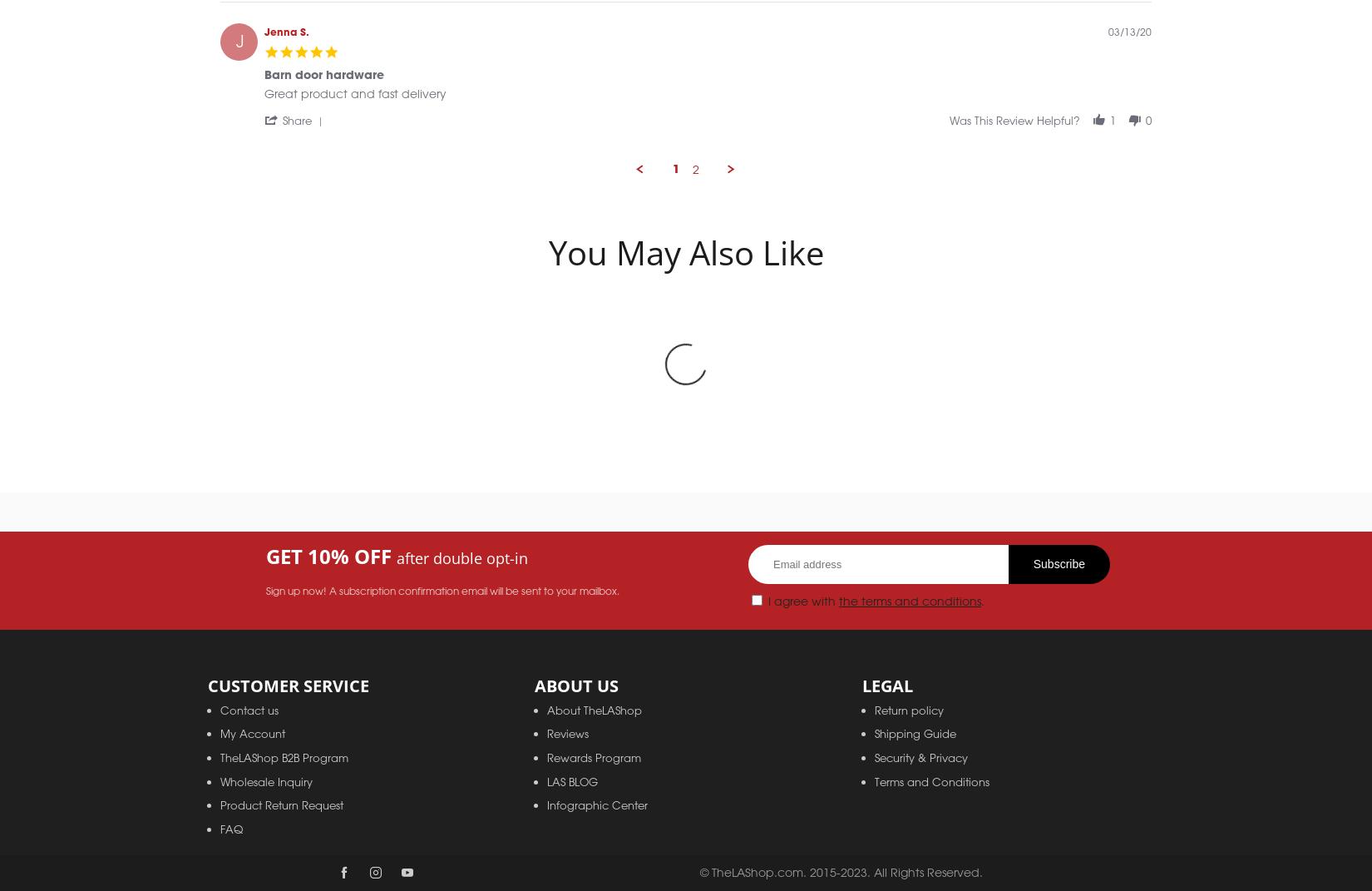  I want to click on '03/13/20', so click(1108, 48).